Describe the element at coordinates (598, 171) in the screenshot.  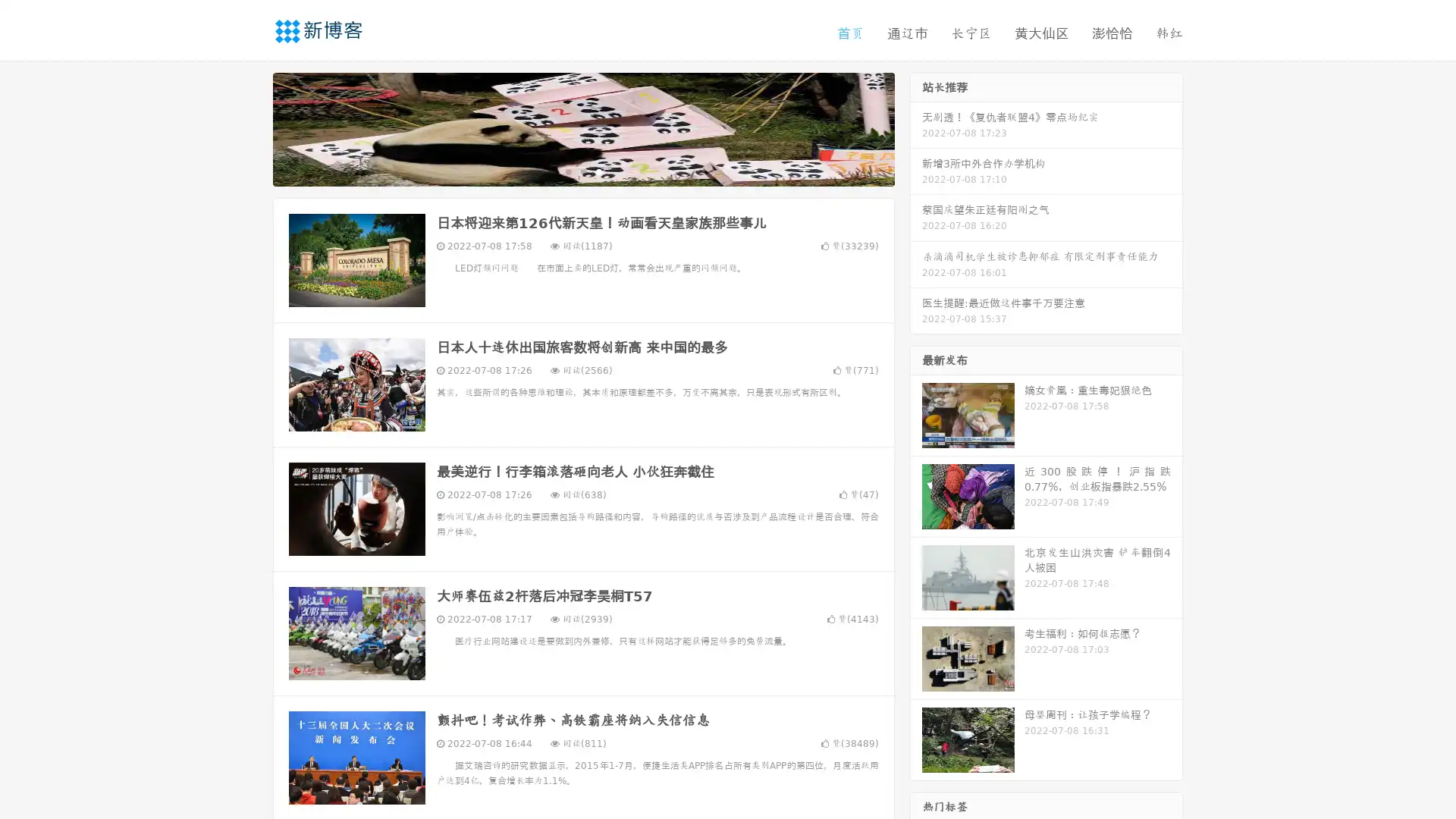
I see `Go to slide 3` at that location.